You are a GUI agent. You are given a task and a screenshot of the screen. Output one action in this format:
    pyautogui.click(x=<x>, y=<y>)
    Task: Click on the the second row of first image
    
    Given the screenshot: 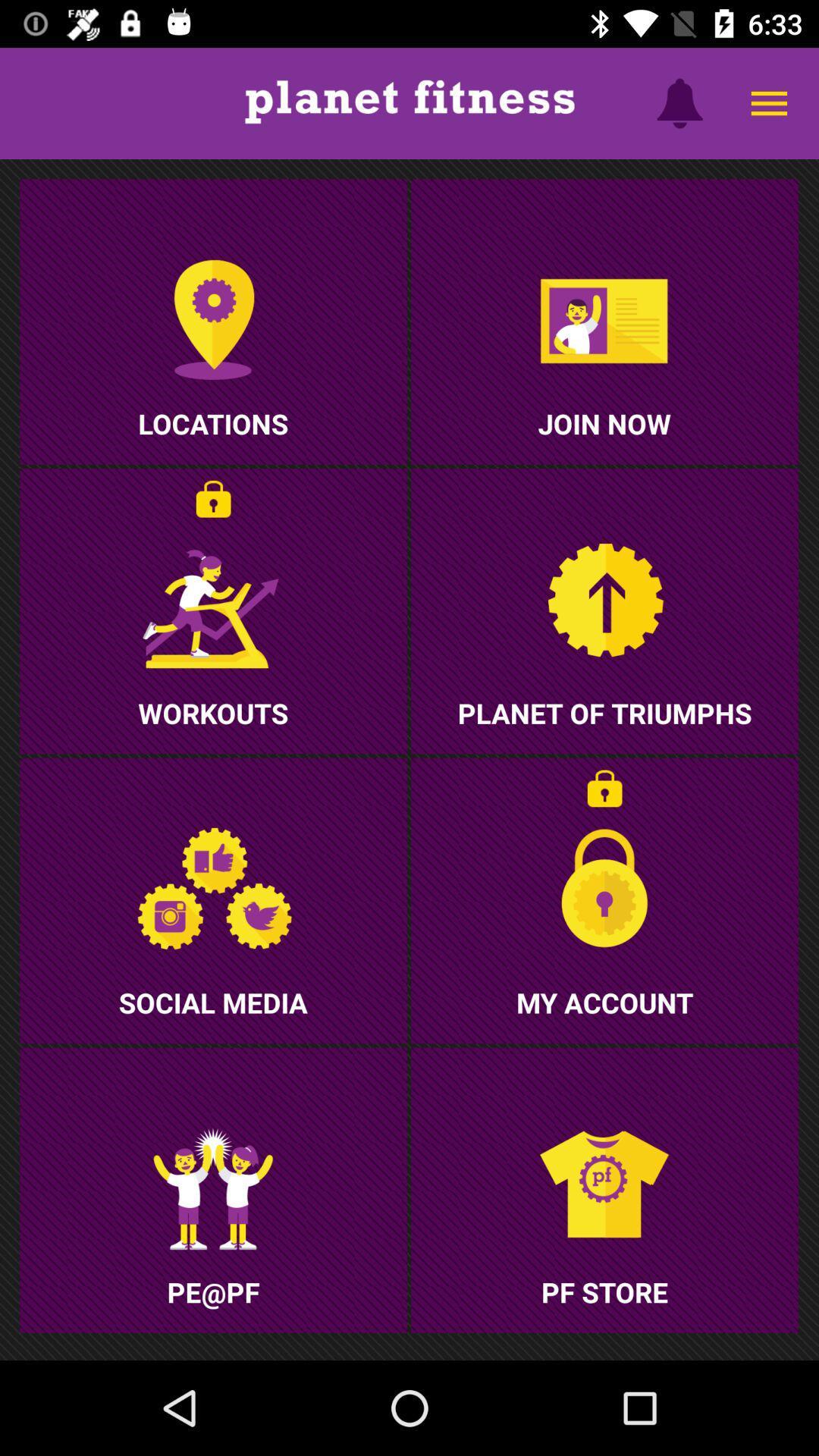 What is the action you would take?
    pyautogui.click(x=213, y=611)
    